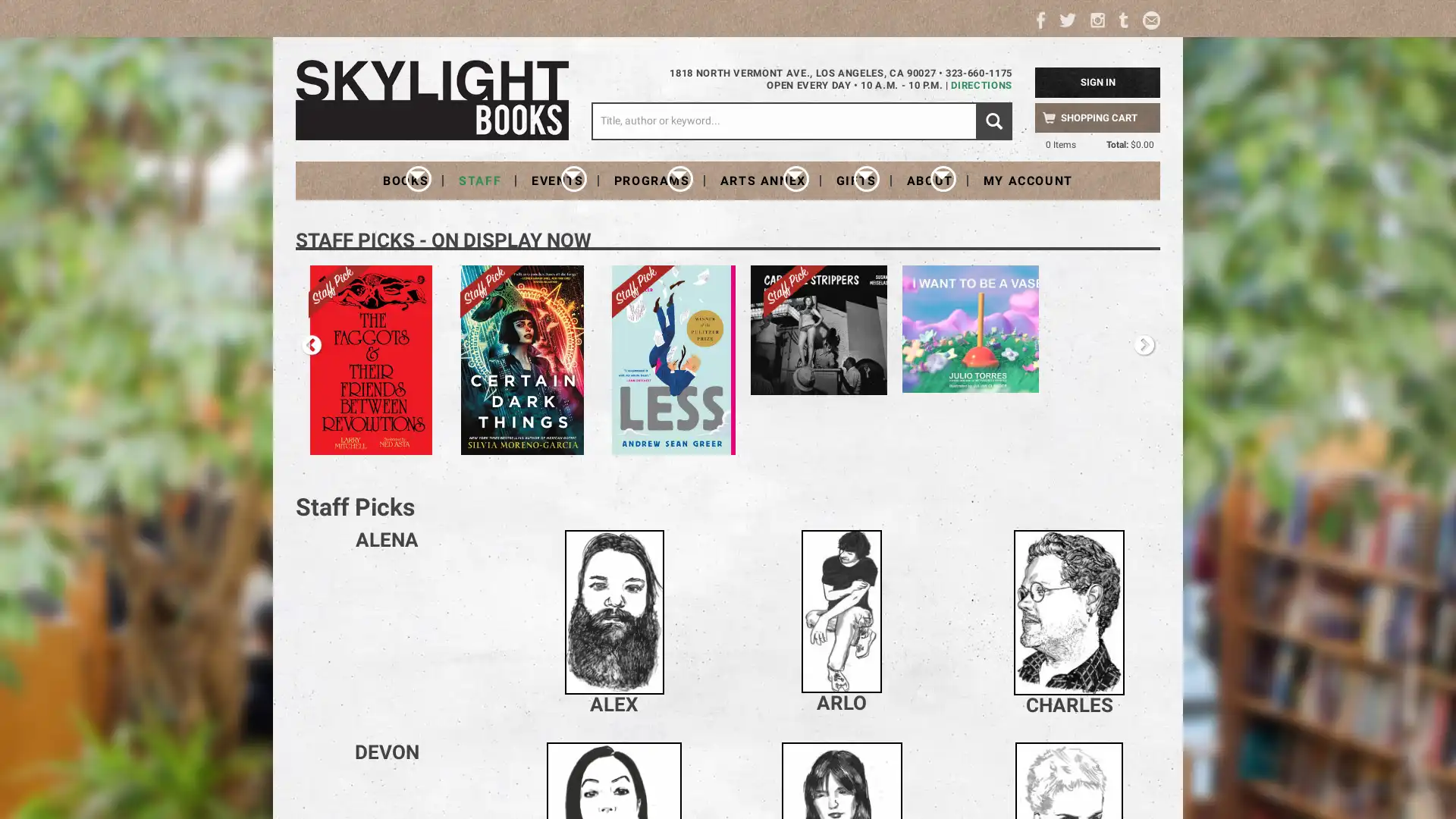 The width and height of the screenshot is (1456, 819). What do you see at coordinates (311, 345) in the screenshot?
I see `jcarouselbutton` at bounding box center [311, 345].